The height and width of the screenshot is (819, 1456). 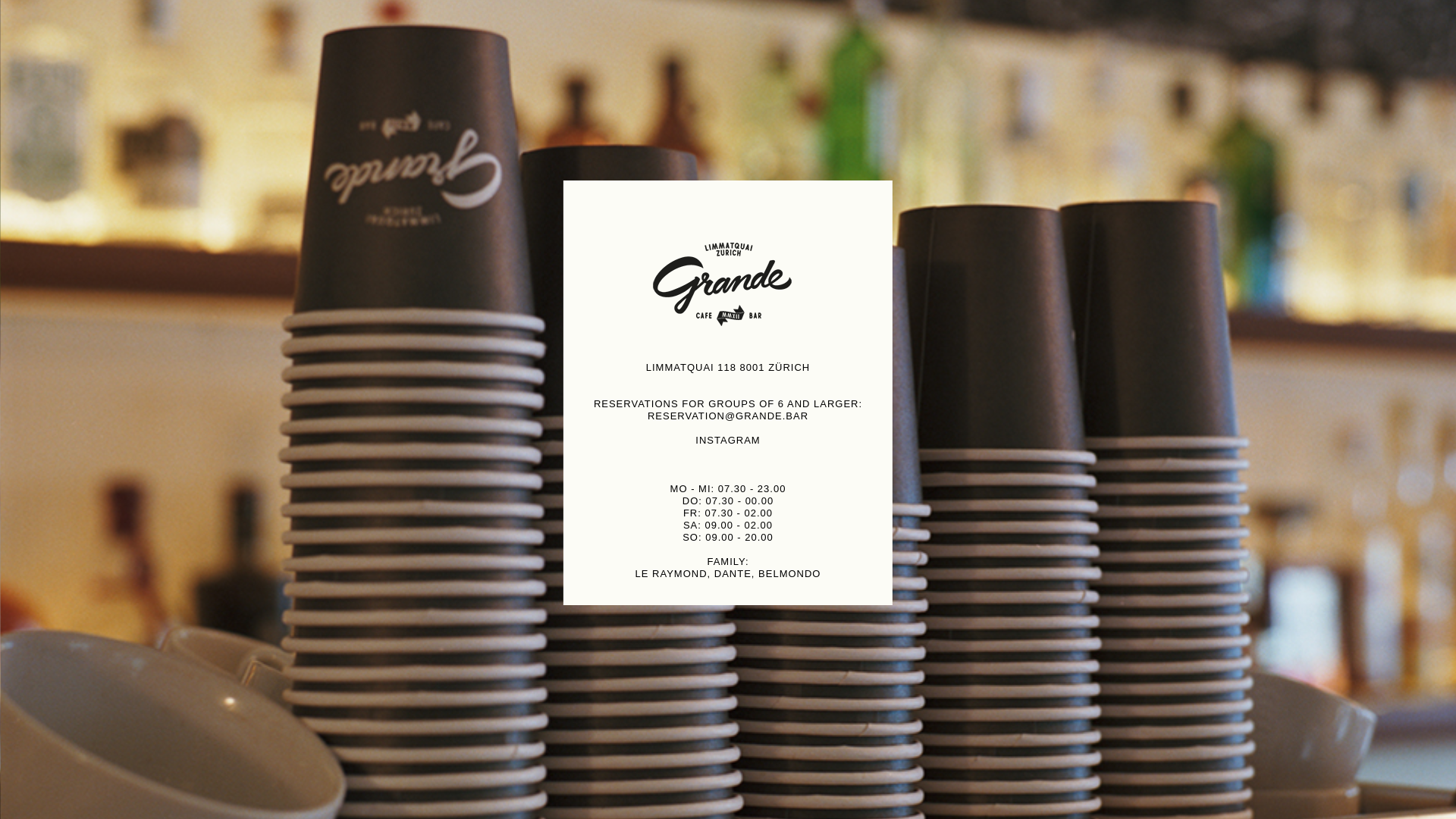 I want to click on 'DANTE', so click(x=733, y=573).